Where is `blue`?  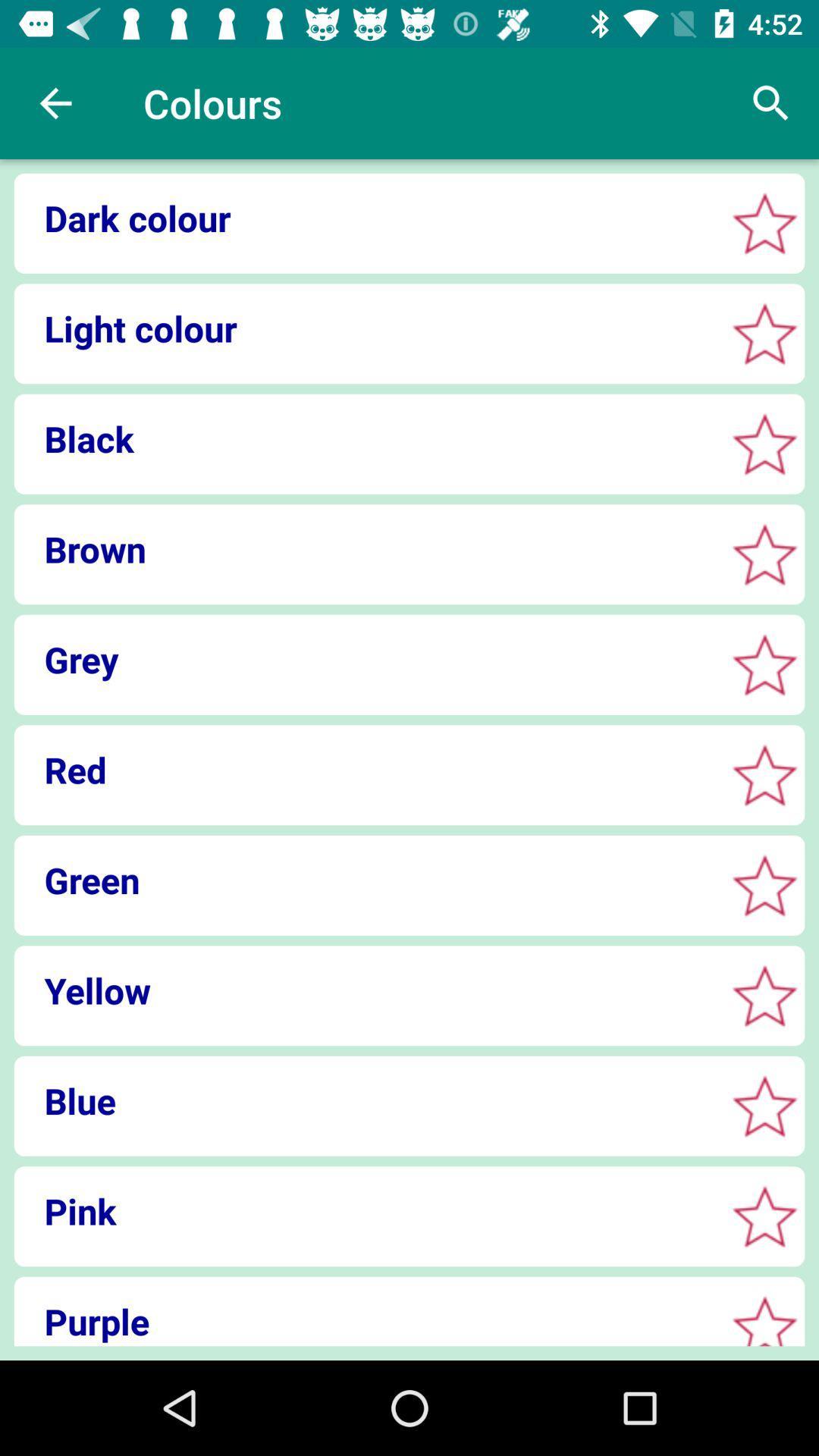
blue is located at coordinates (365, 1100).